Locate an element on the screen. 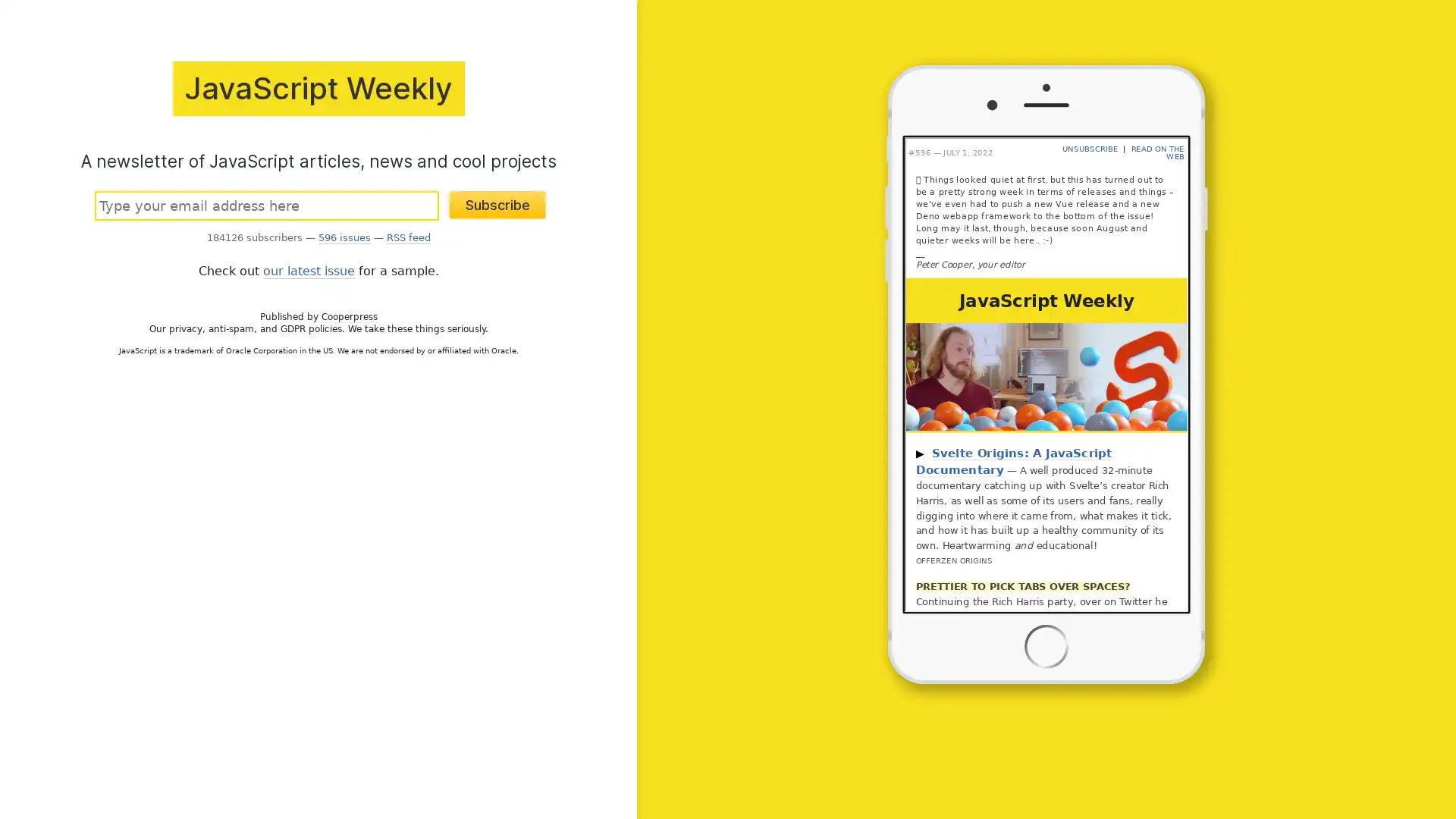 The height and width of the screenshot is (819, 1456). Subscribe is located at coordinates (497, 203).